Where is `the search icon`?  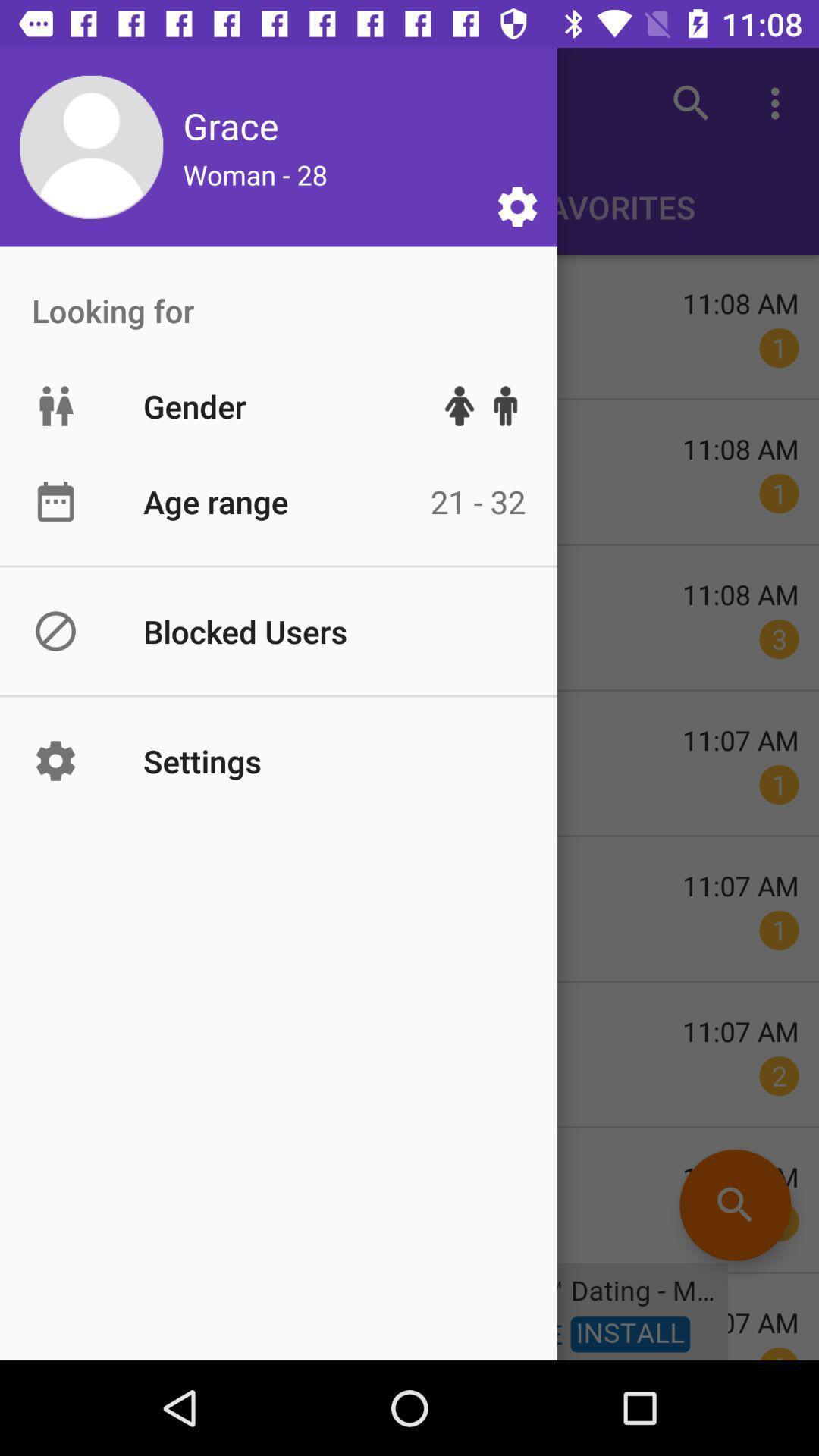 the search icon is located at coordinates (734, 1204).